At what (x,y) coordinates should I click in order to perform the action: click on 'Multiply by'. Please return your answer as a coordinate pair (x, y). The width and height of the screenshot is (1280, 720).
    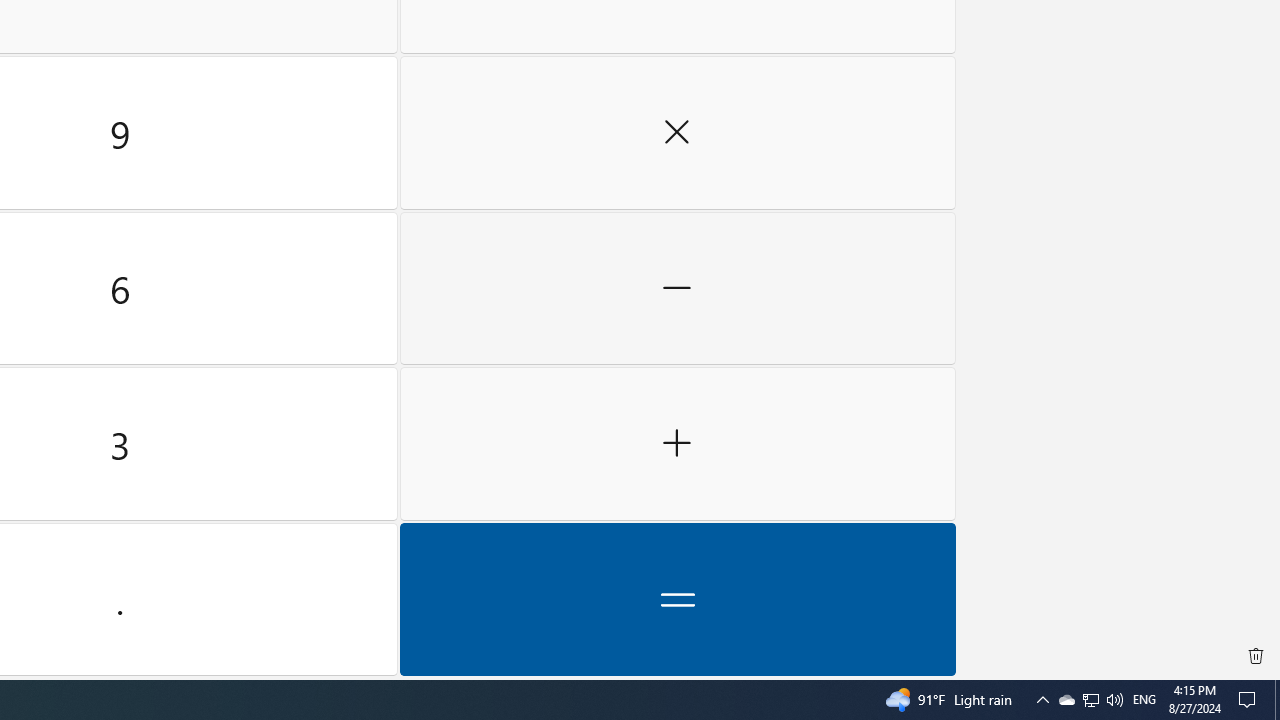
    Looking at the image, I should click on (677, 133).